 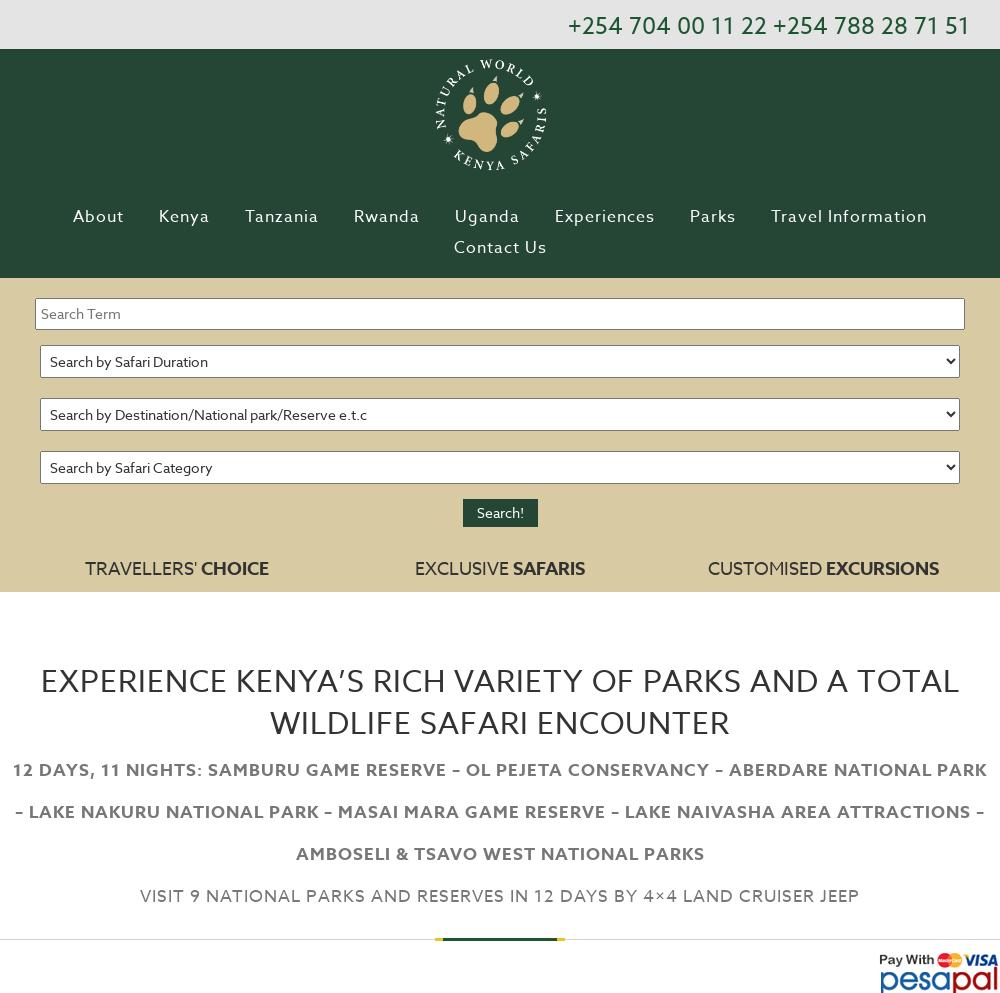 What do you see at coordinates (387, 215) in the screenshot?
I see `'Rwanda'` at bounding box center [387, 215].